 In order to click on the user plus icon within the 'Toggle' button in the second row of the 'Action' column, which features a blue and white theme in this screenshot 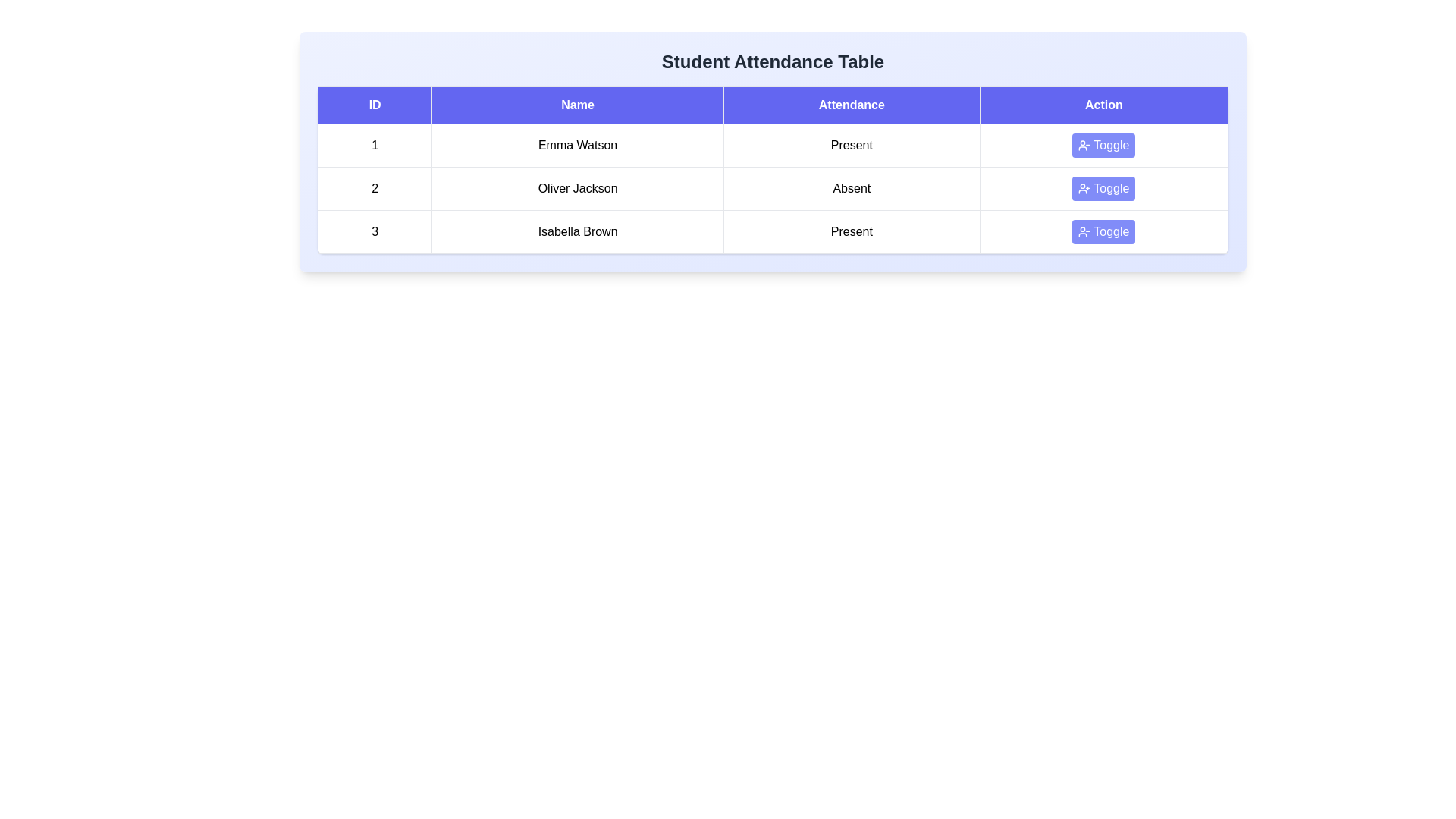, I will do `click(1084, 188)`.